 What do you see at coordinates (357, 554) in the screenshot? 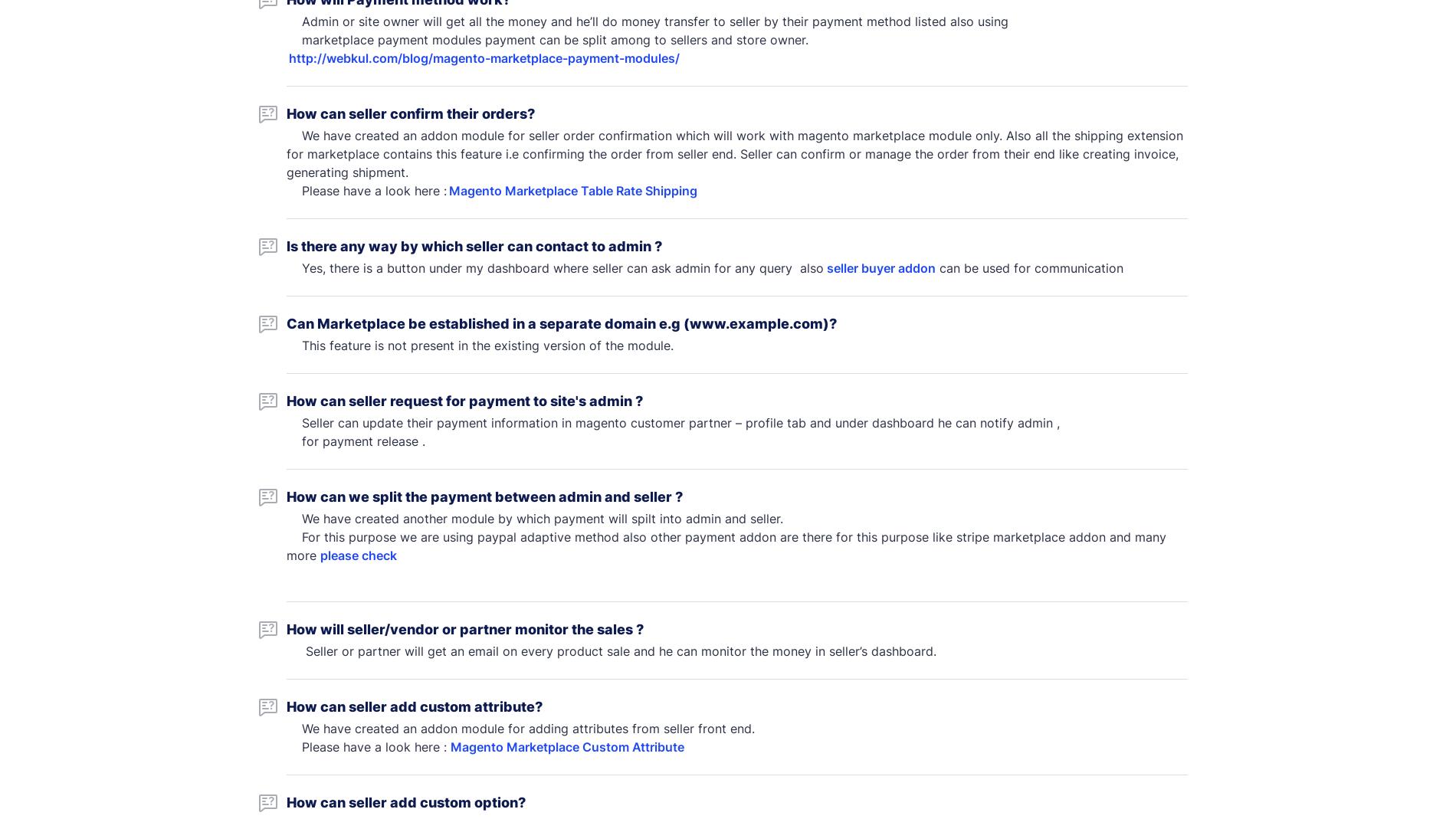
I see `'please check'` at bounding box center [357, 554].